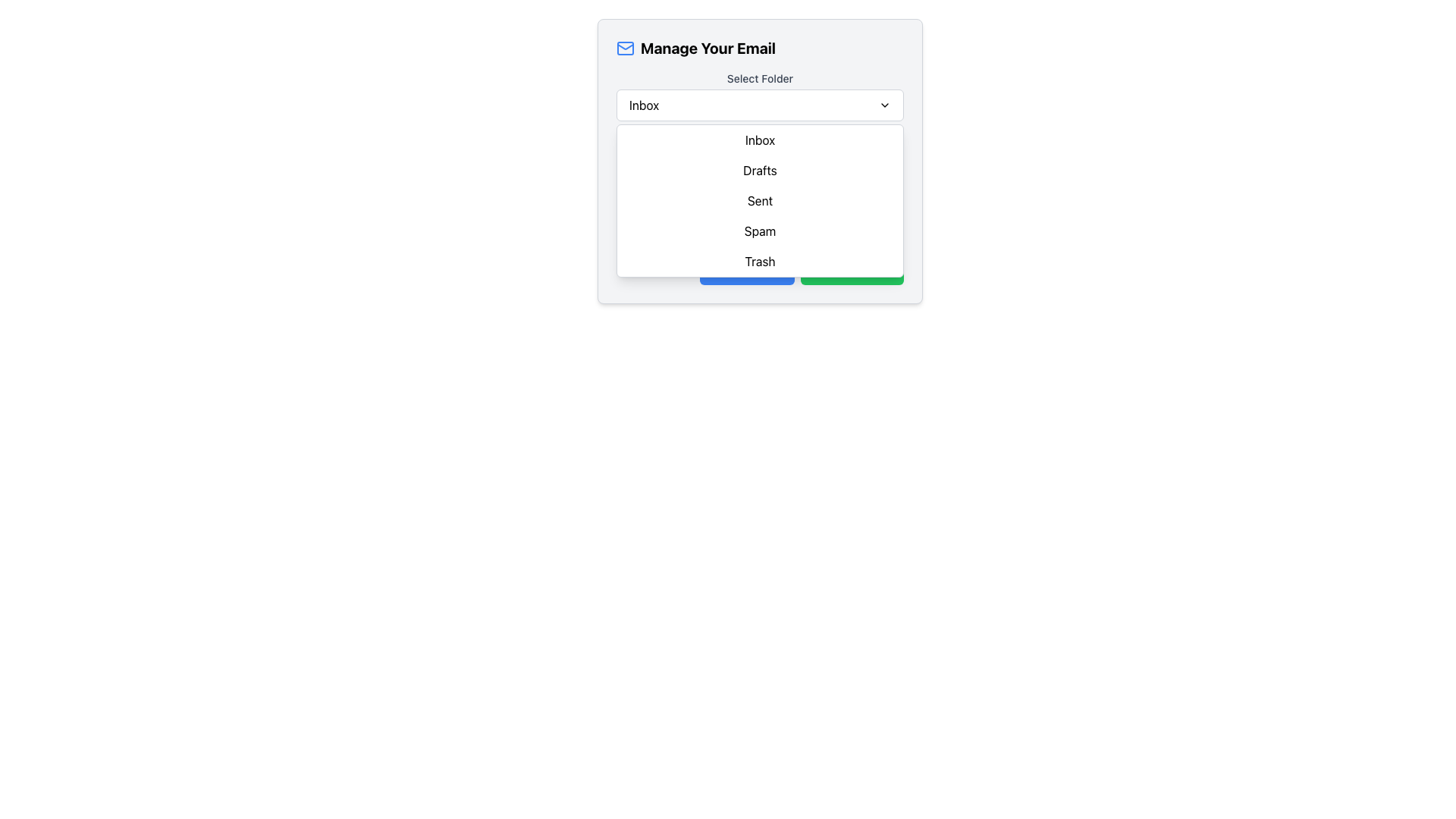  Describe the element at coordinates (760, 48) in the screenshot. I see `text 'Manage Your Email' from the header section, which features a blue envelope icon aligned to the left` at that location.